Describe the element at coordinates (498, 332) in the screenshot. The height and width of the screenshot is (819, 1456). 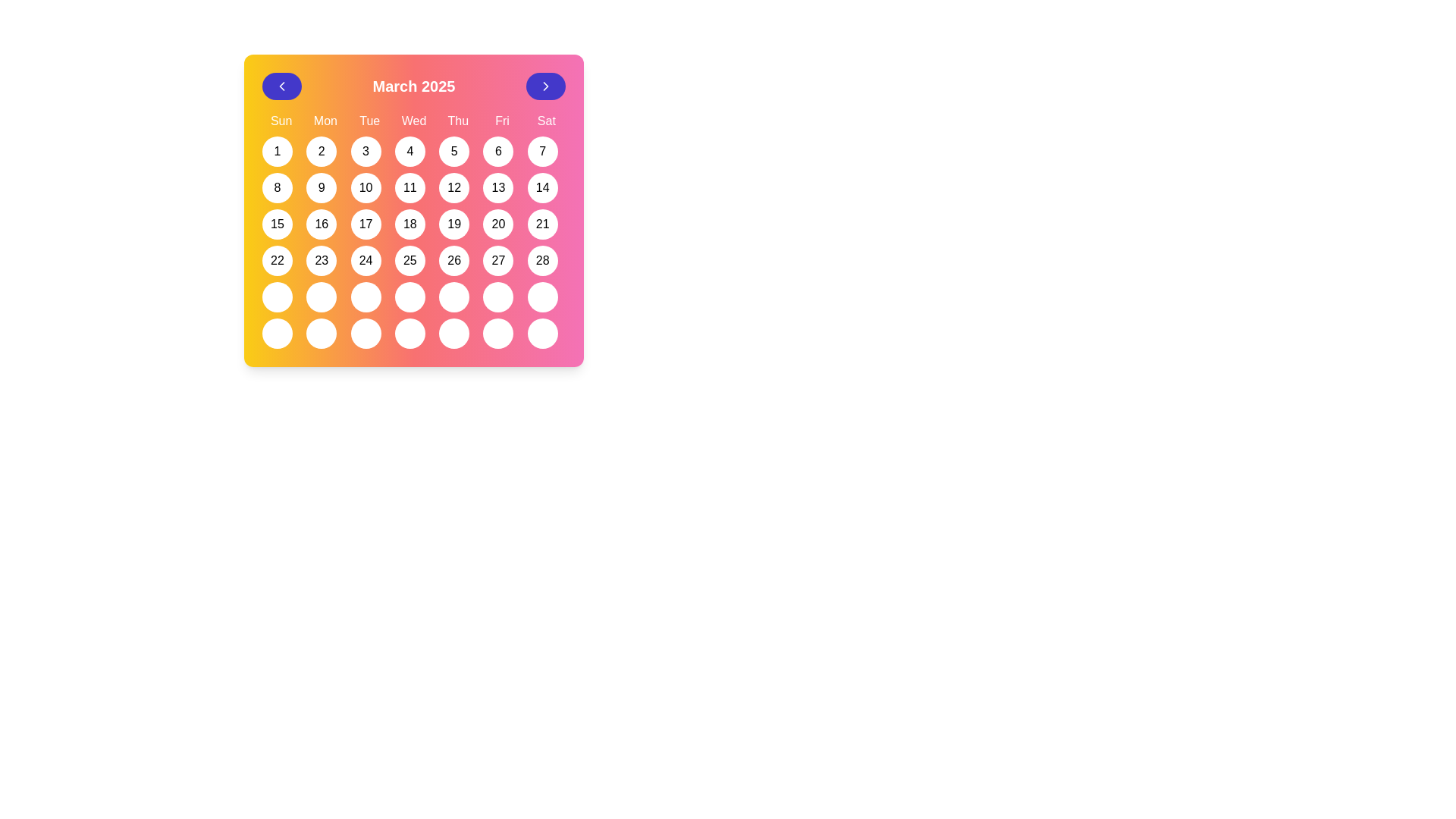
I see `the circular button with a white background and black border located in the seventh column and sixth row of the grid` at that location.